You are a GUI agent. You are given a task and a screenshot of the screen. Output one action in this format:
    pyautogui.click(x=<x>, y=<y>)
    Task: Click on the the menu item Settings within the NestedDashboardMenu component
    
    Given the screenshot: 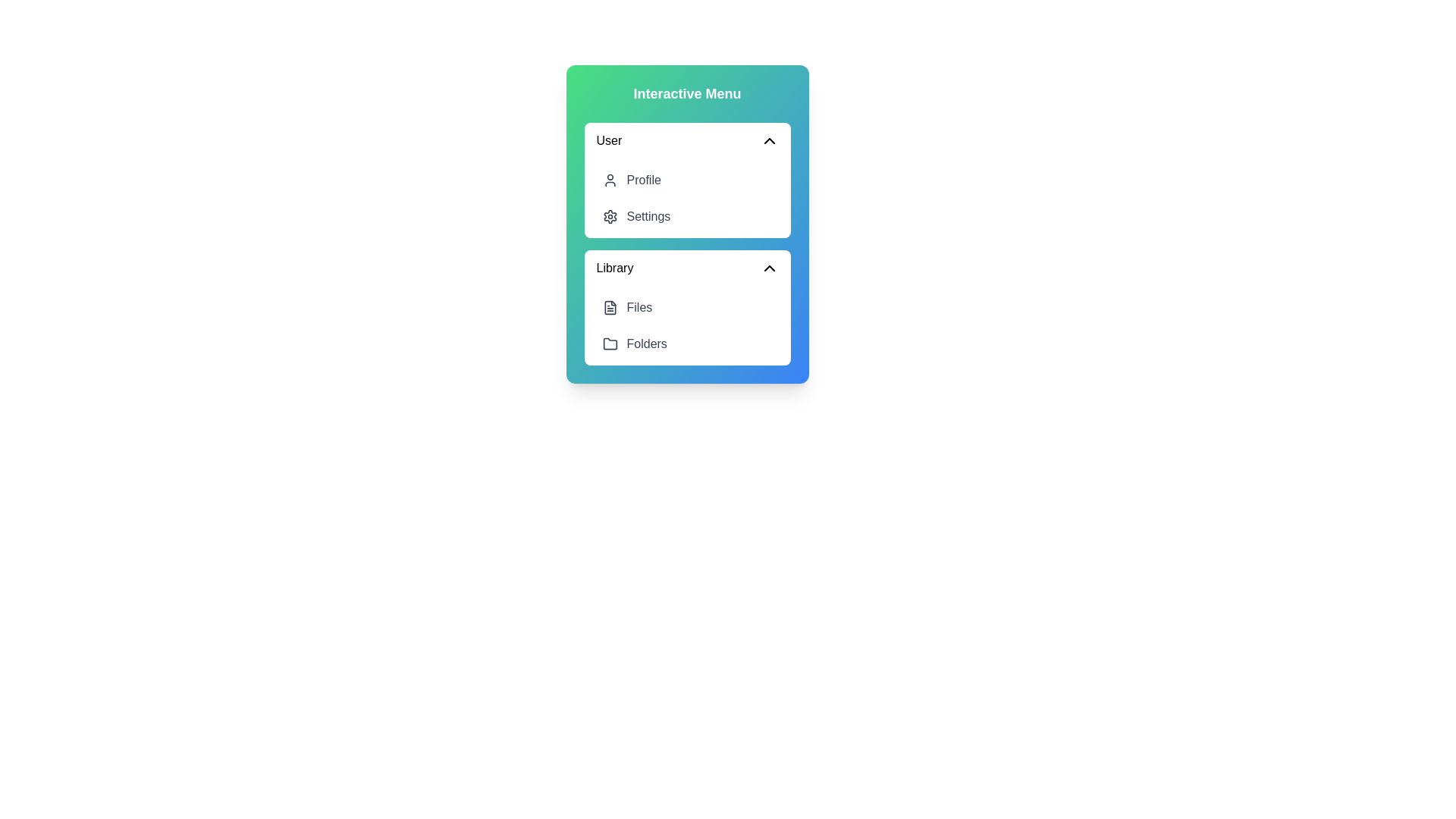 What is the action you would take?
    pyautogui.click(x=686, y=216)
    